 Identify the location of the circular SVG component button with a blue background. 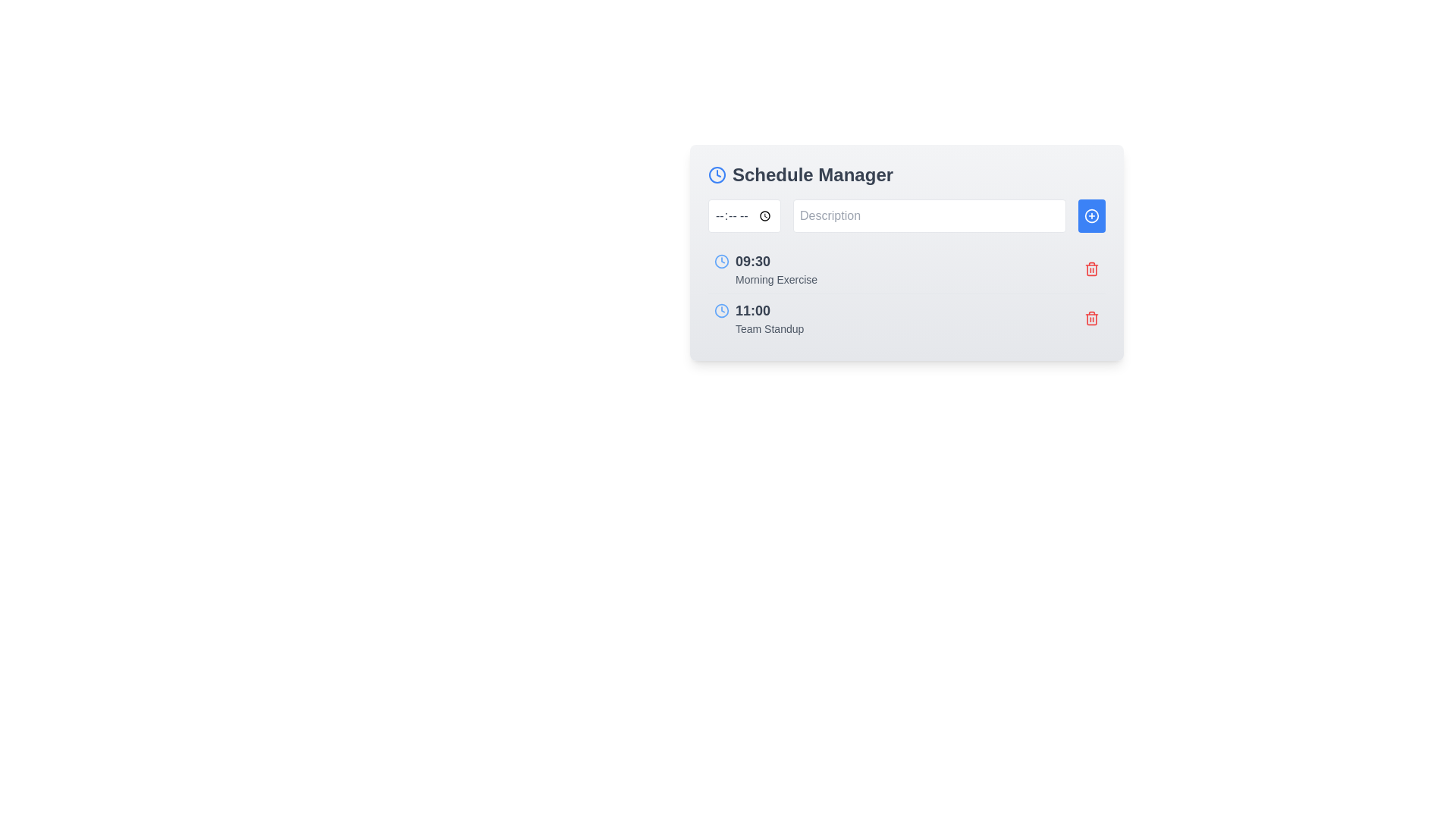
(1092, 216).